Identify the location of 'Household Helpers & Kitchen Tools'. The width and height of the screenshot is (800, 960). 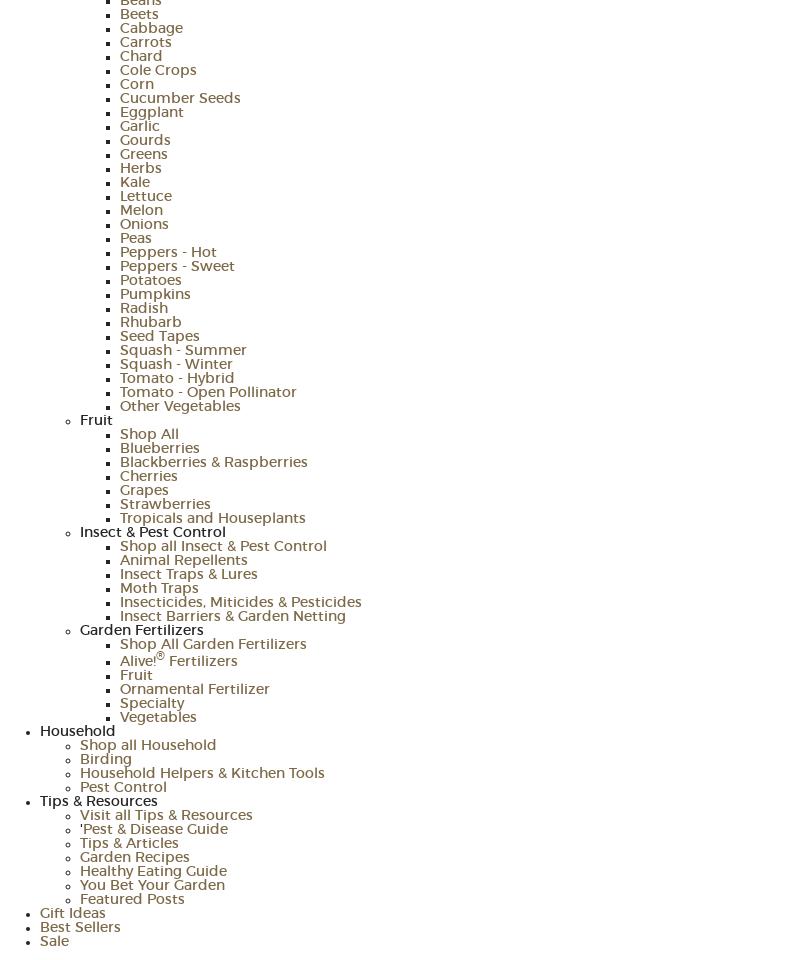
(80, 773).